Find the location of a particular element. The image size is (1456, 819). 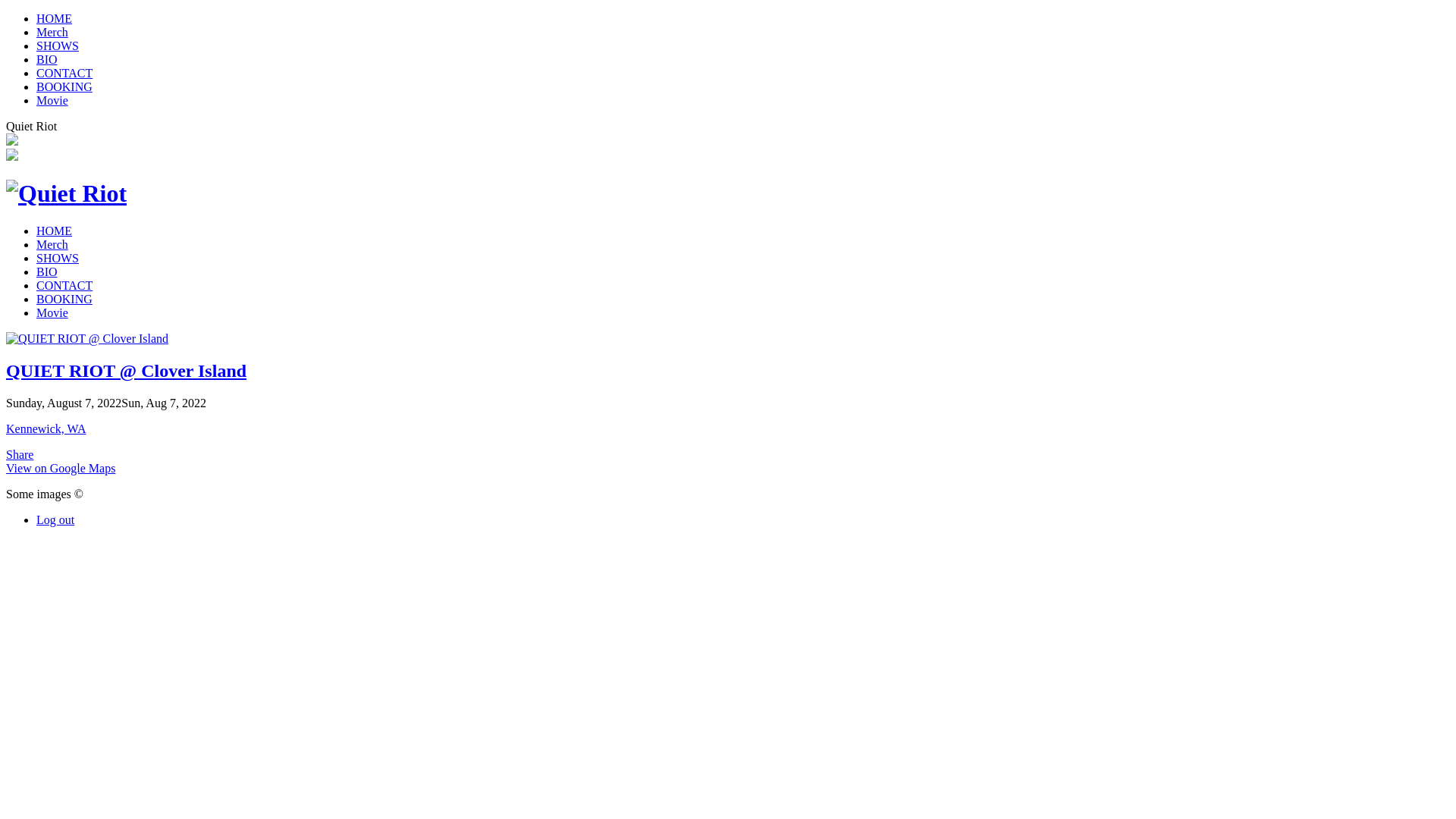

'HOME' is located at coordinates (54, 231).